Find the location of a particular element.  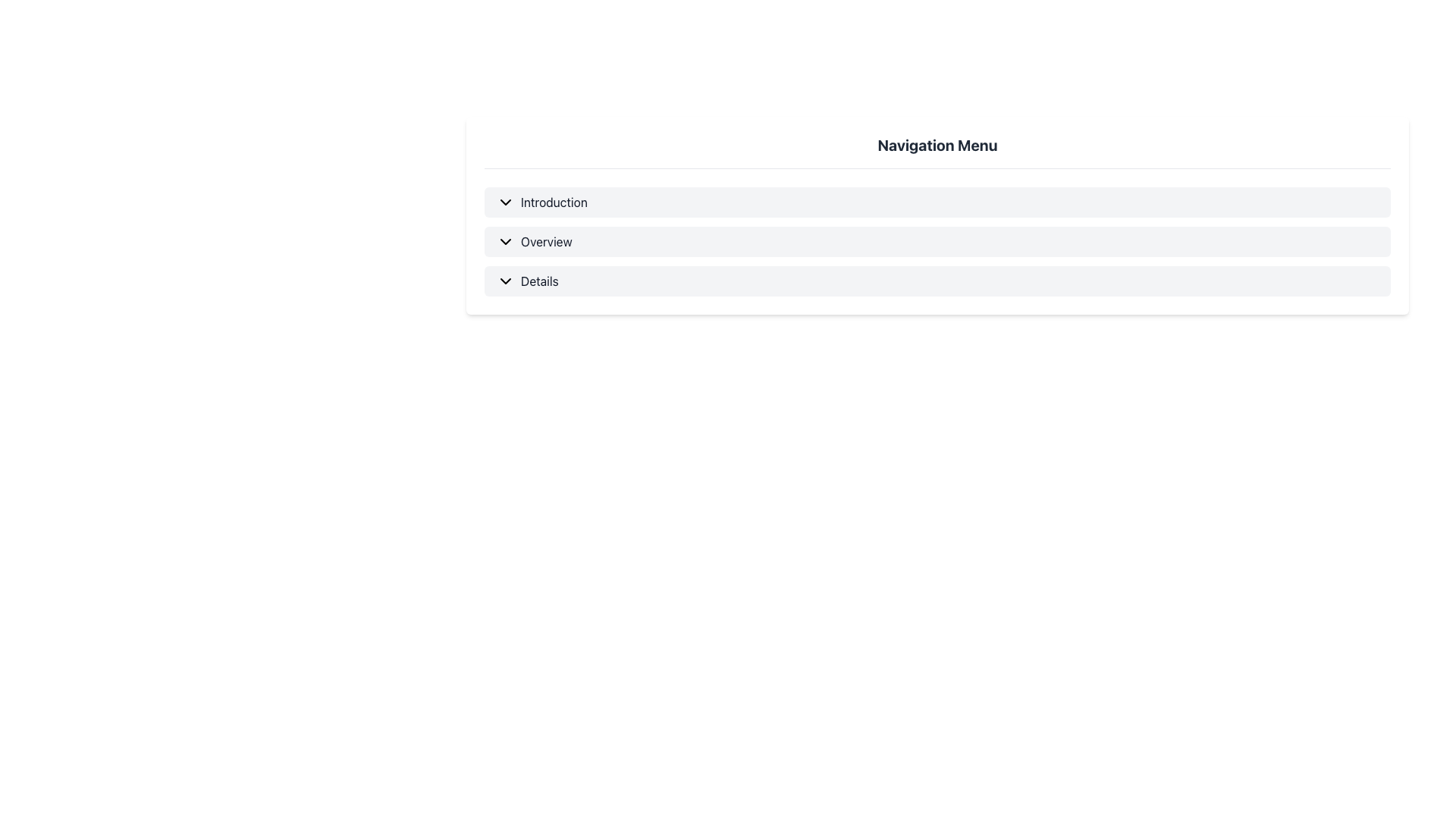

the bold, large text label reading 'Navigation Menu' that is centrally located at the top of the interface is located at coordinates (937, 146).